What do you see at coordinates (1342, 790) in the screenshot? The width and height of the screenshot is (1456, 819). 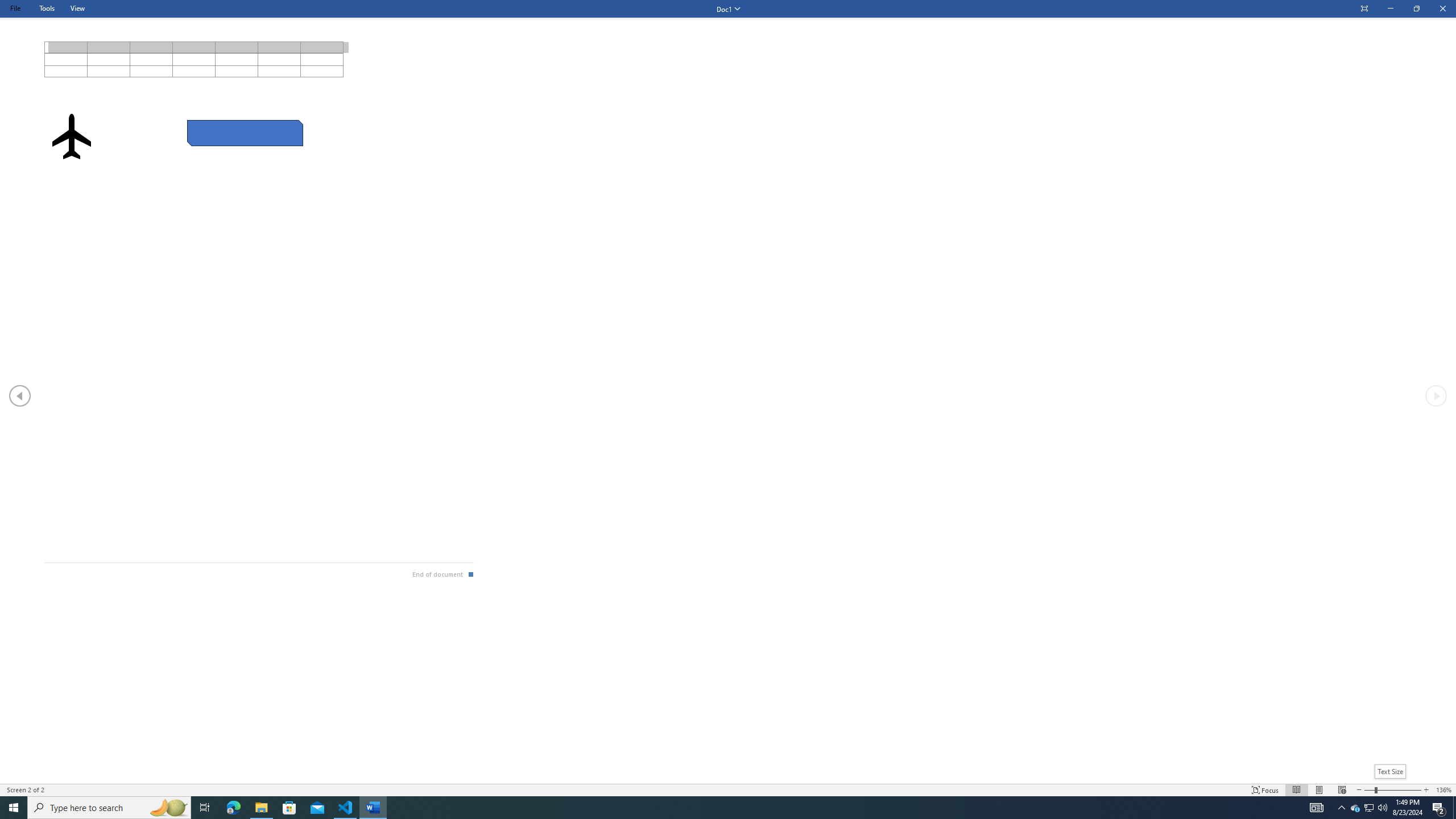 I see `'Web Layout'` at bounding box center [1342, 790].